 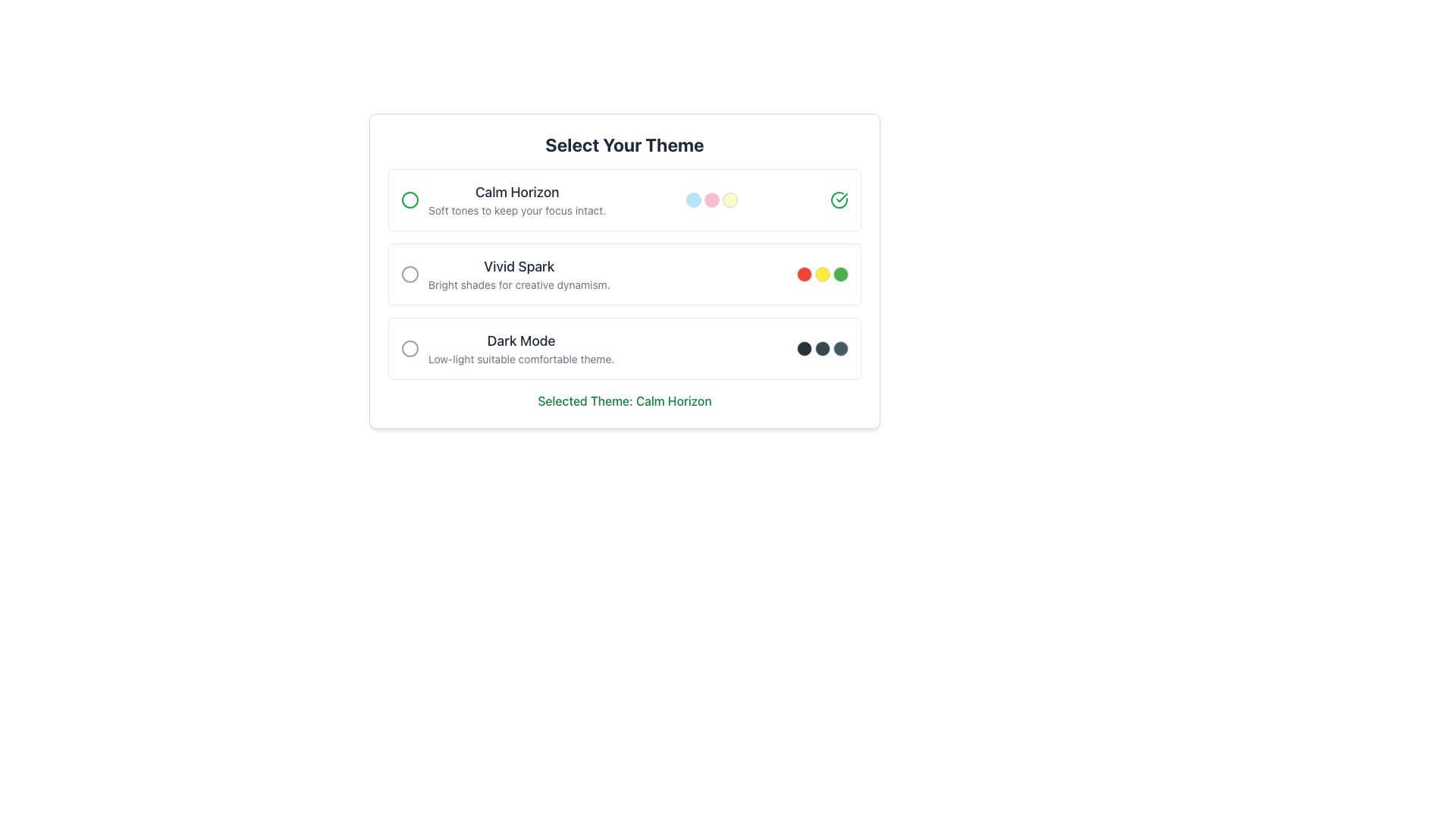 I want to click on the middle circular visual indicator in the theme selection interface, which has a dark color gradient and is positioned between two other circles, located to the right of the 'Dark Mode' option, so click(x=821, y=348).